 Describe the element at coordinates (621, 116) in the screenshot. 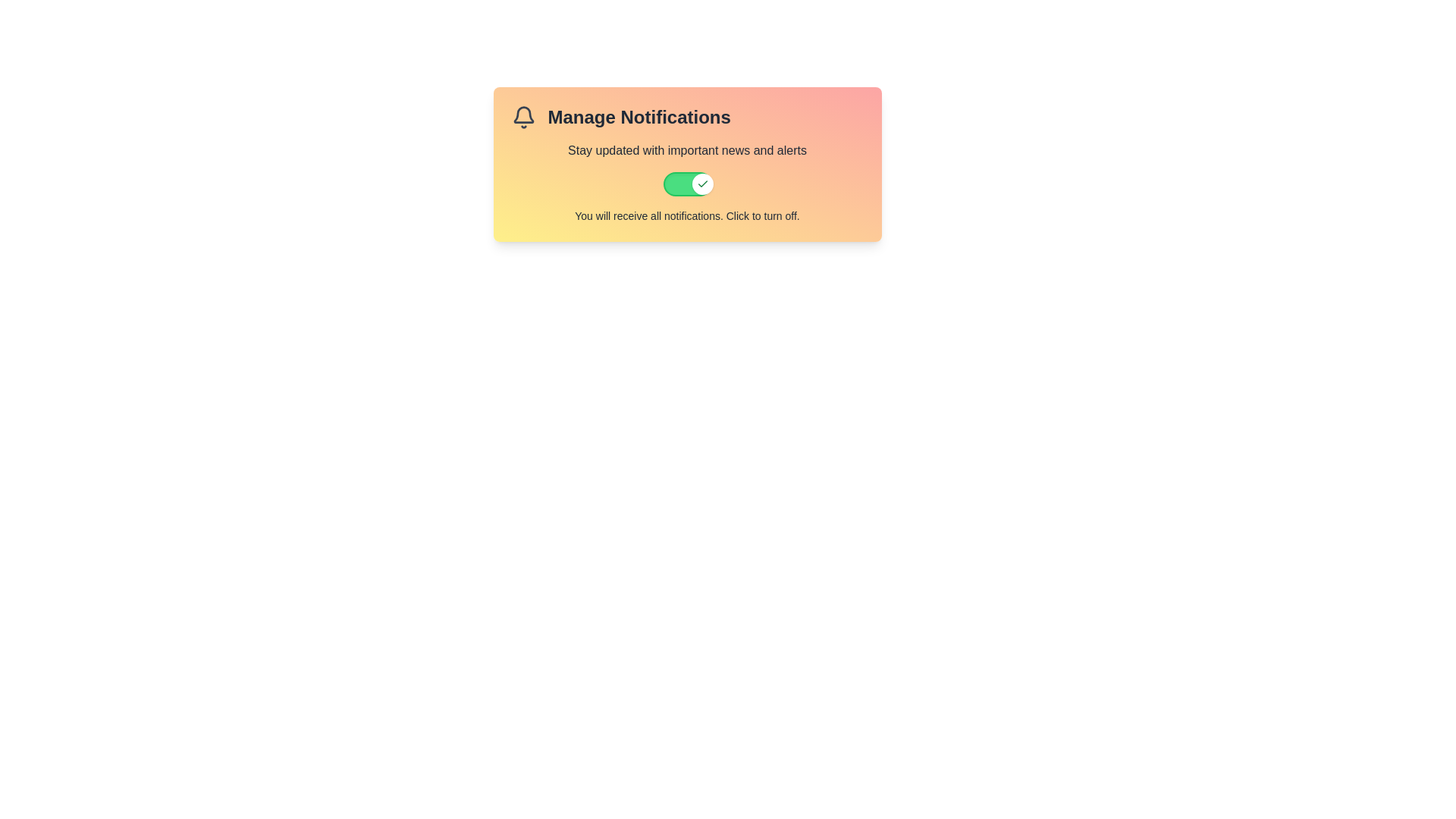

I see `the Header element that features a bell icon on the left and the bold text 'Manage Notifications' on the right, located at the top section of the gradient-colored notification management card` at that location.